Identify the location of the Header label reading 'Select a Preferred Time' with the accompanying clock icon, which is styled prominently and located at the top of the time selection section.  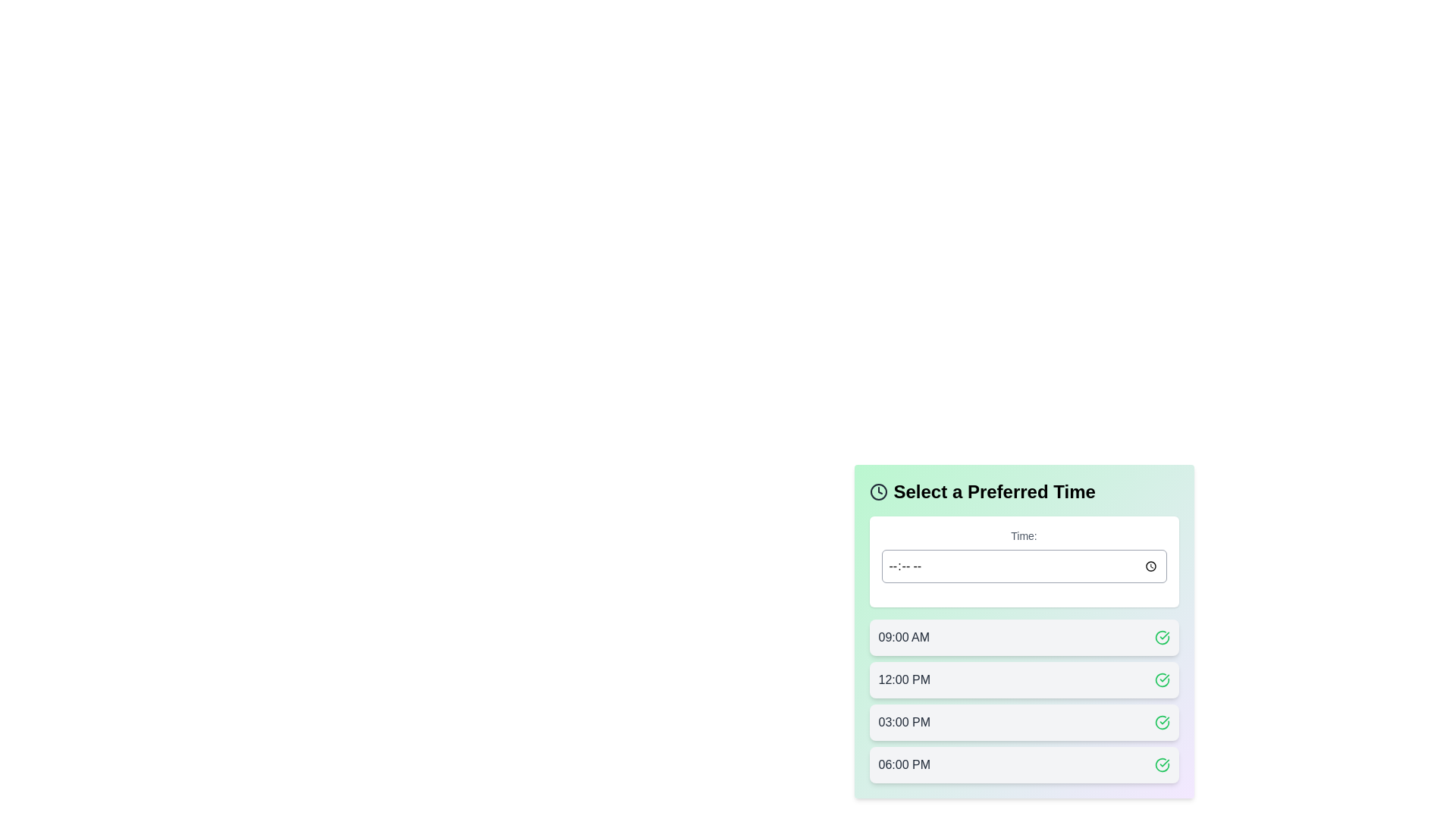
(1024, 491).